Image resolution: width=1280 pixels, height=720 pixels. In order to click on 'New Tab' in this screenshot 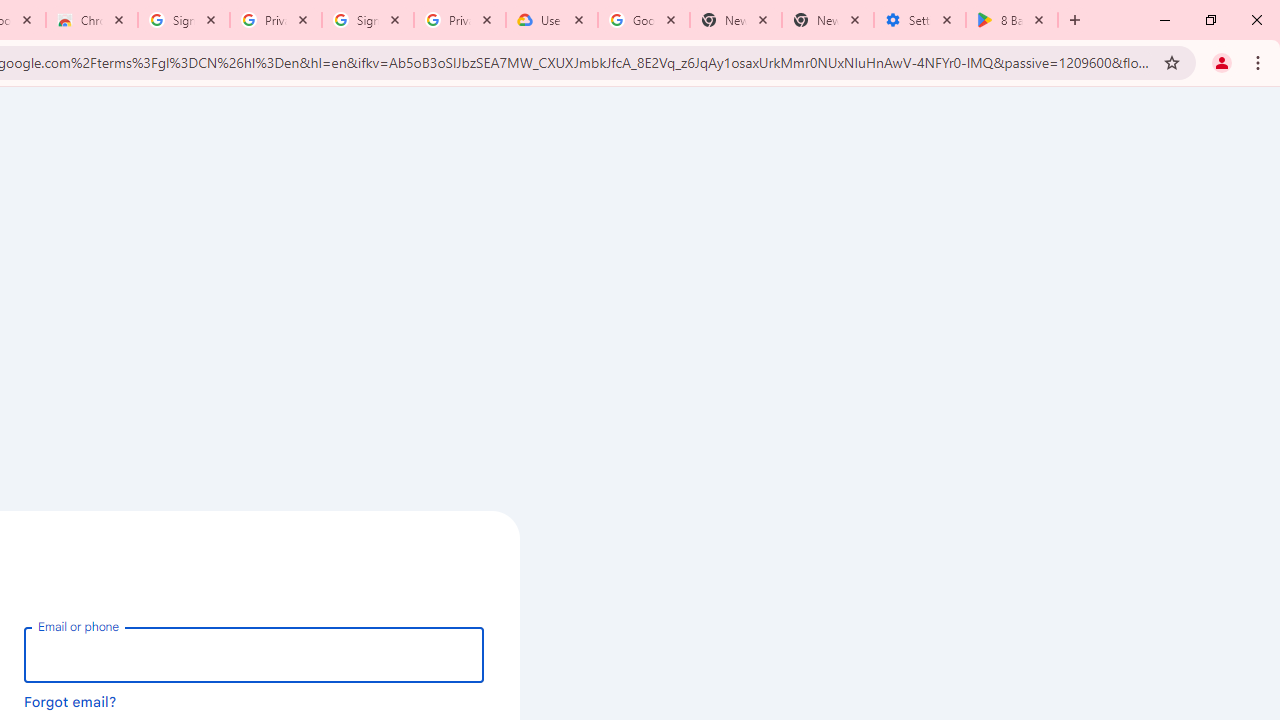, I will do `click(828, 20)`.